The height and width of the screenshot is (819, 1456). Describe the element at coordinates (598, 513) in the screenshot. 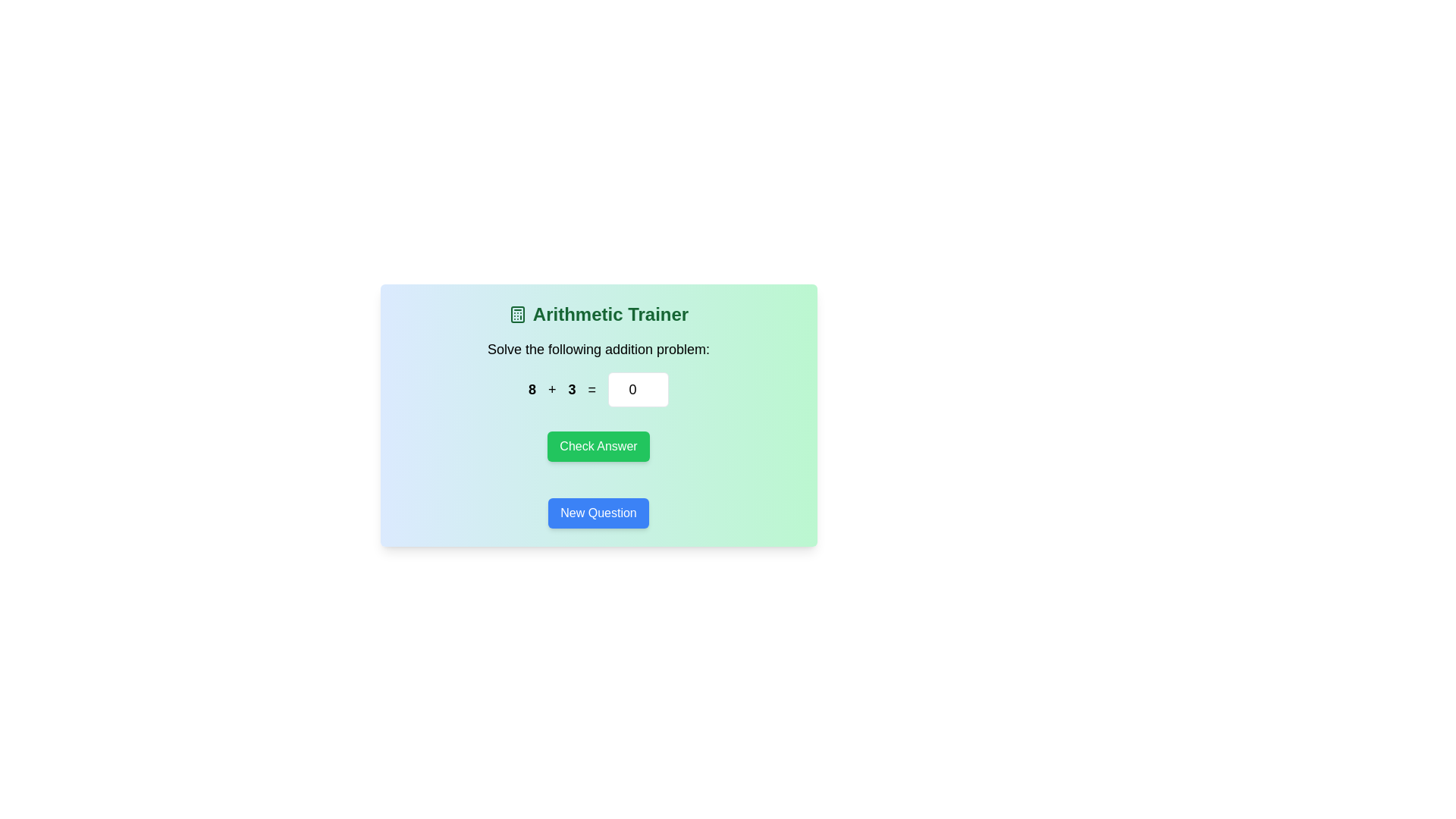

I see `the rectangular button with a blue background and white text labeled 'New Question' to observe its hover effect` at that location.